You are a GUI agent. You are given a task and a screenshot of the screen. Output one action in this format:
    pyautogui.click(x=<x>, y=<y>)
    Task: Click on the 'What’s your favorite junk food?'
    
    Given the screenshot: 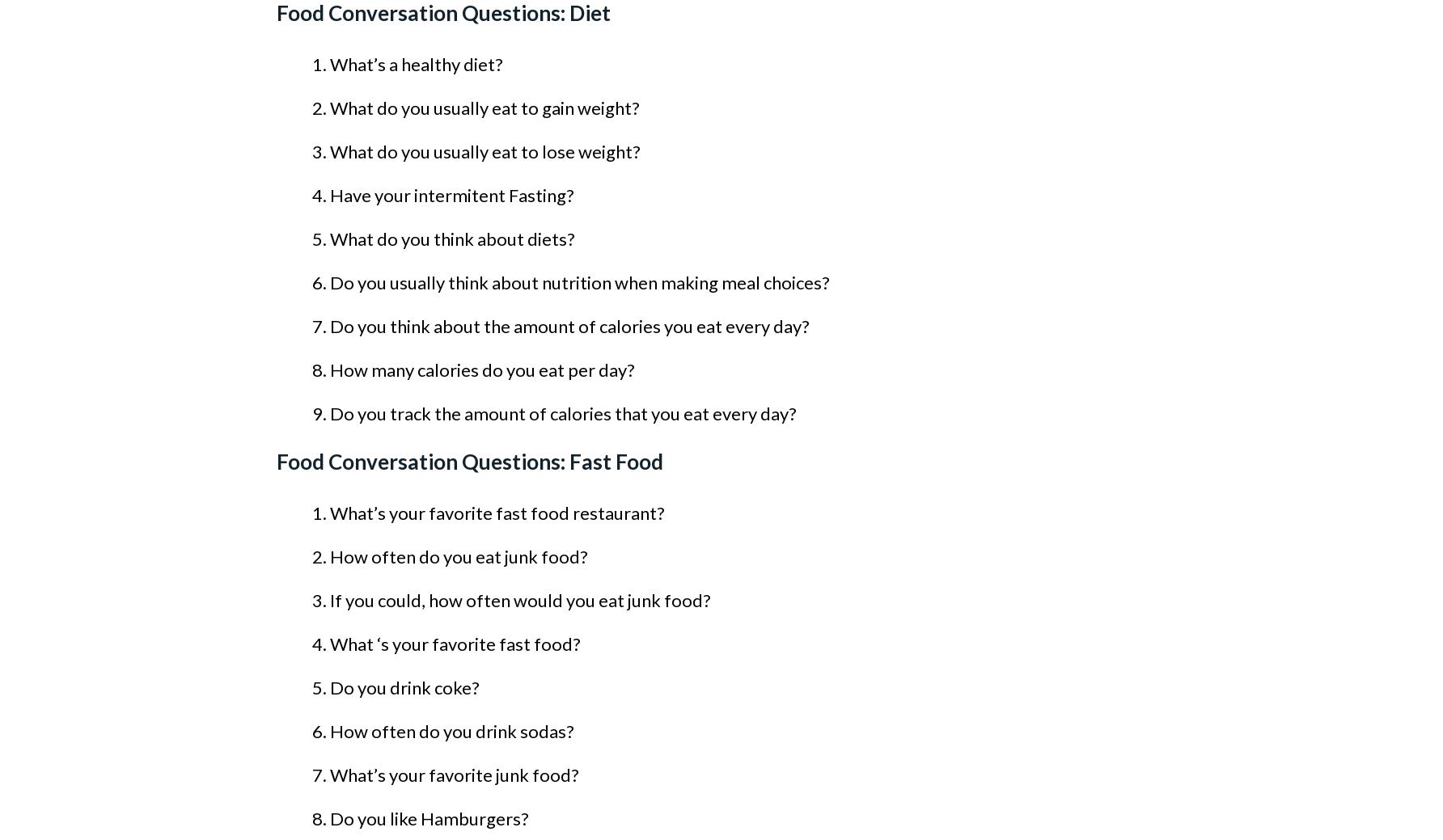 What is the action you would take?
    pyautogui.click(x=453, y=775)
    